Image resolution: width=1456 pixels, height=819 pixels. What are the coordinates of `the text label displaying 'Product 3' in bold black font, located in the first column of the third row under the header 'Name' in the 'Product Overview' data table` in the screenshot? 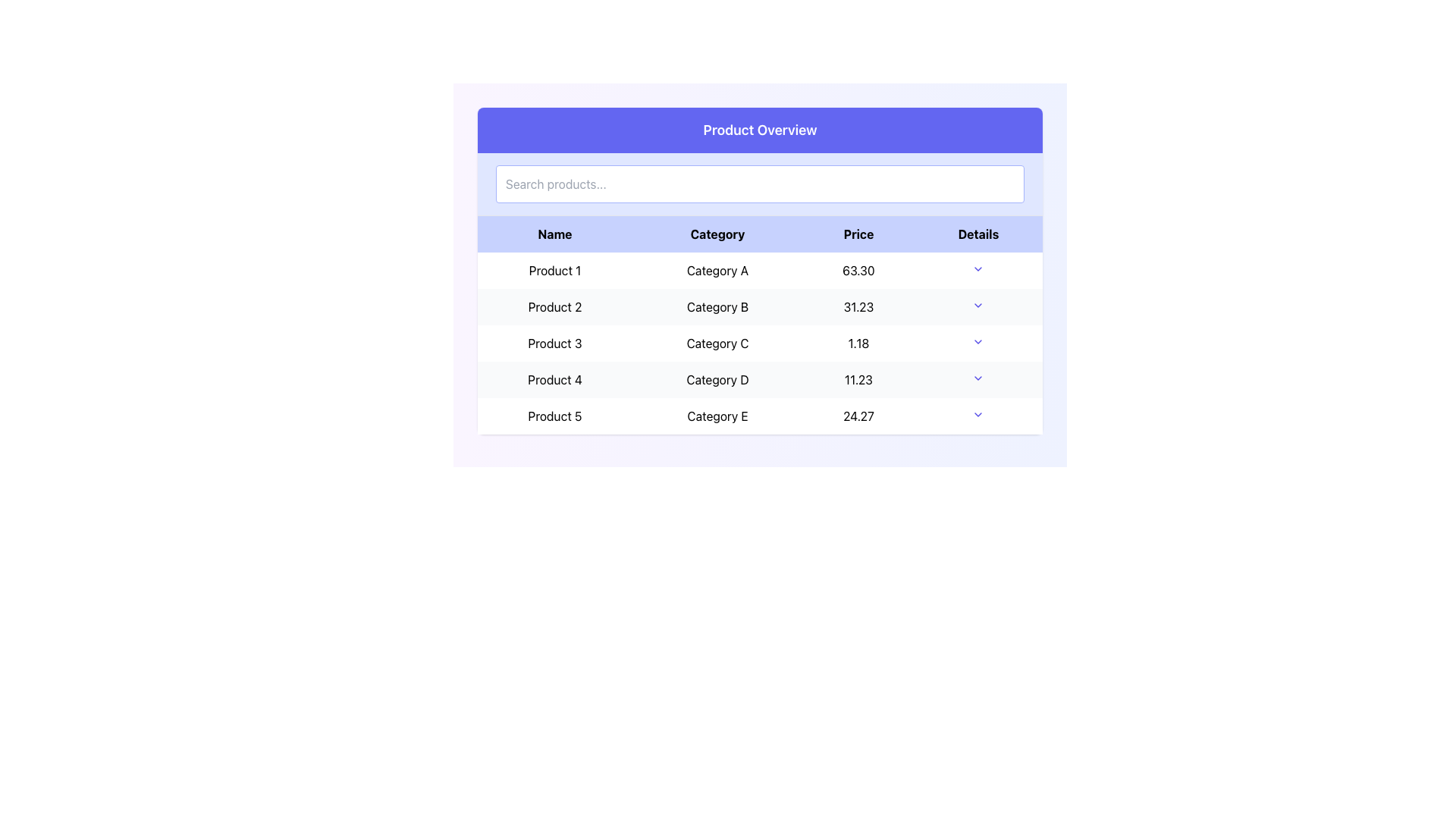 It's located at (554, 343).